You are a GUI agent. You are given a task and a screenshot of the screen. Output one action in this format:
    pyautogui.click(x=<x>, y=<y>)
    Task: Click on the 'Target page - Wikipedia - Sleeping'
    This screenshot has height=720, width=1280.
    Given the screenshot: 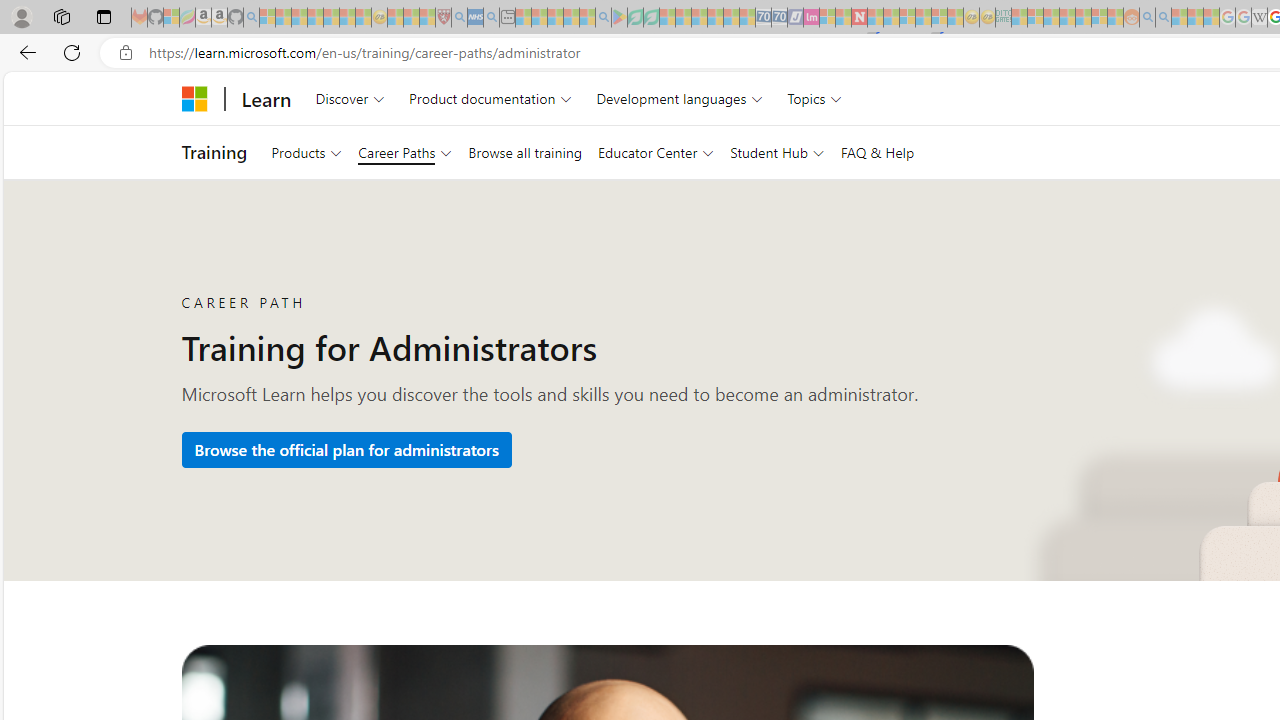 What is the action you would take?
    pyautogui.click(x=1258, y=17)
    